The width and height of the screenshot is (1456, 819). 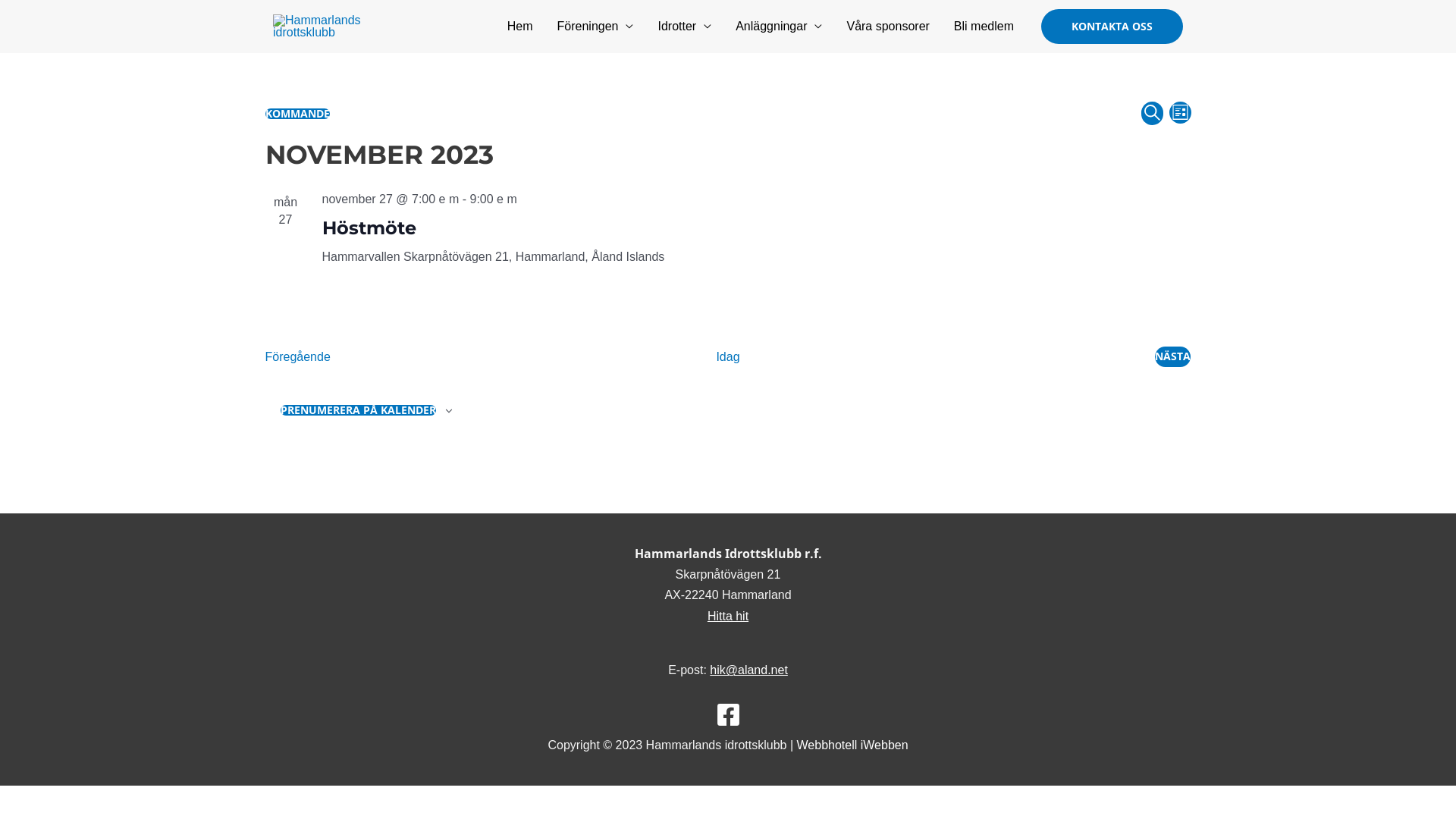 What do you see at coordinates (726, 356) in the screenshot?
I see `'Idag'` at bounding box center [726, 356].